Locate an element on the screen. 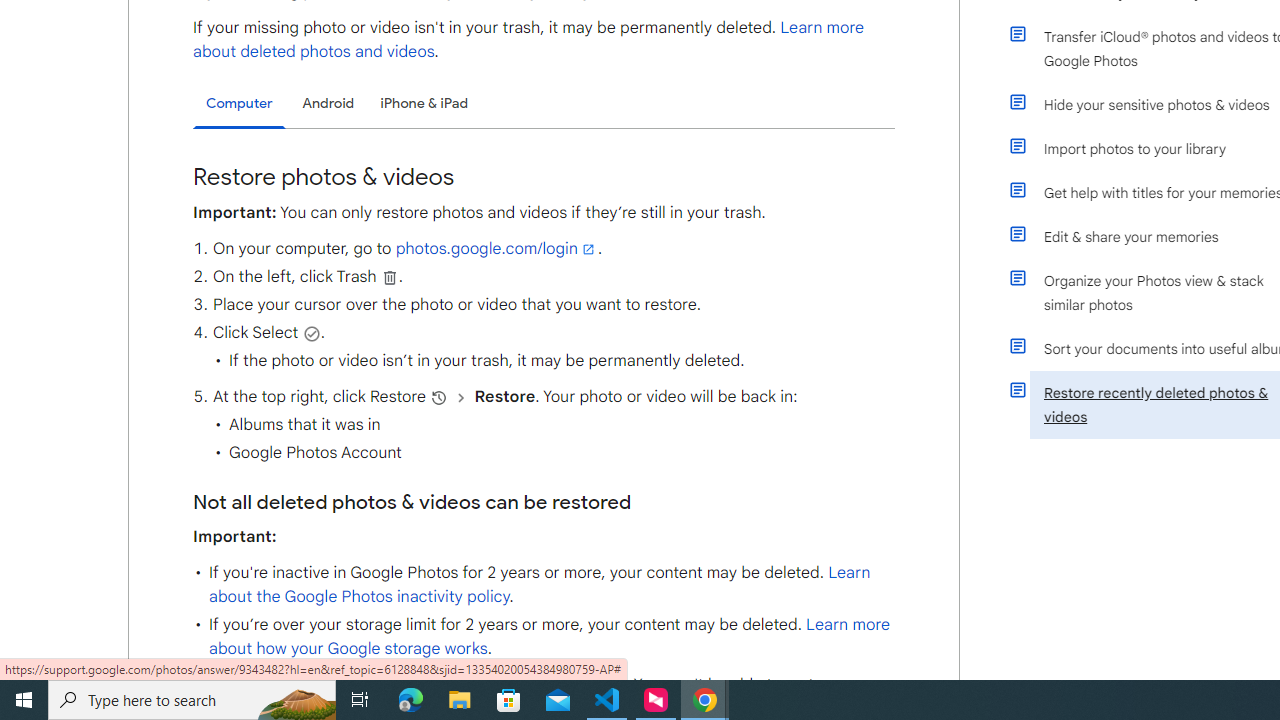  'iPhone & iPad' is located at coordinates (423, 103).